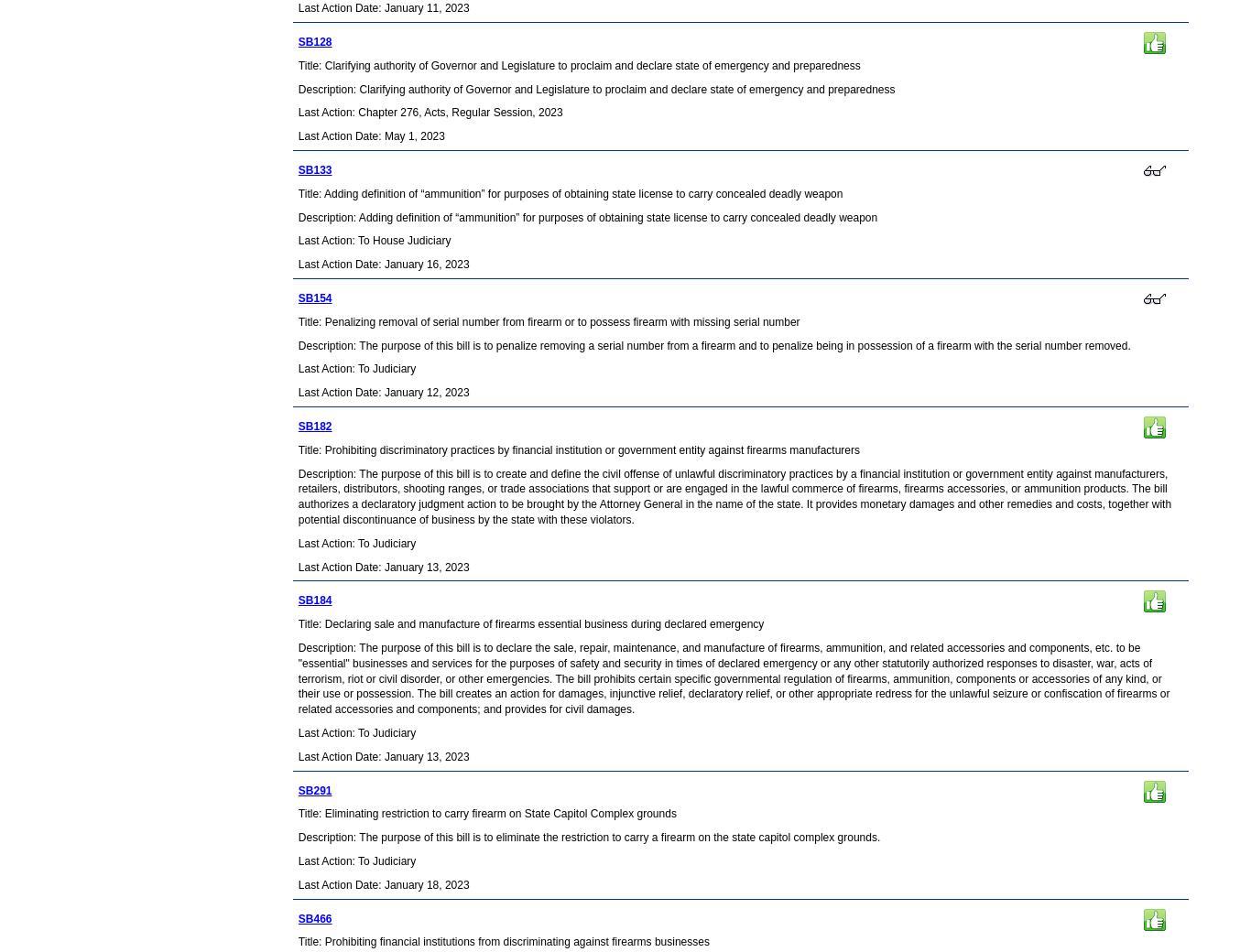  I want to click on 'Description: The purpose of this bill is to penalize removing a serial number from a firearm and to penalize being in possession of a firearm with the serial number removed.', so click(713, 344).